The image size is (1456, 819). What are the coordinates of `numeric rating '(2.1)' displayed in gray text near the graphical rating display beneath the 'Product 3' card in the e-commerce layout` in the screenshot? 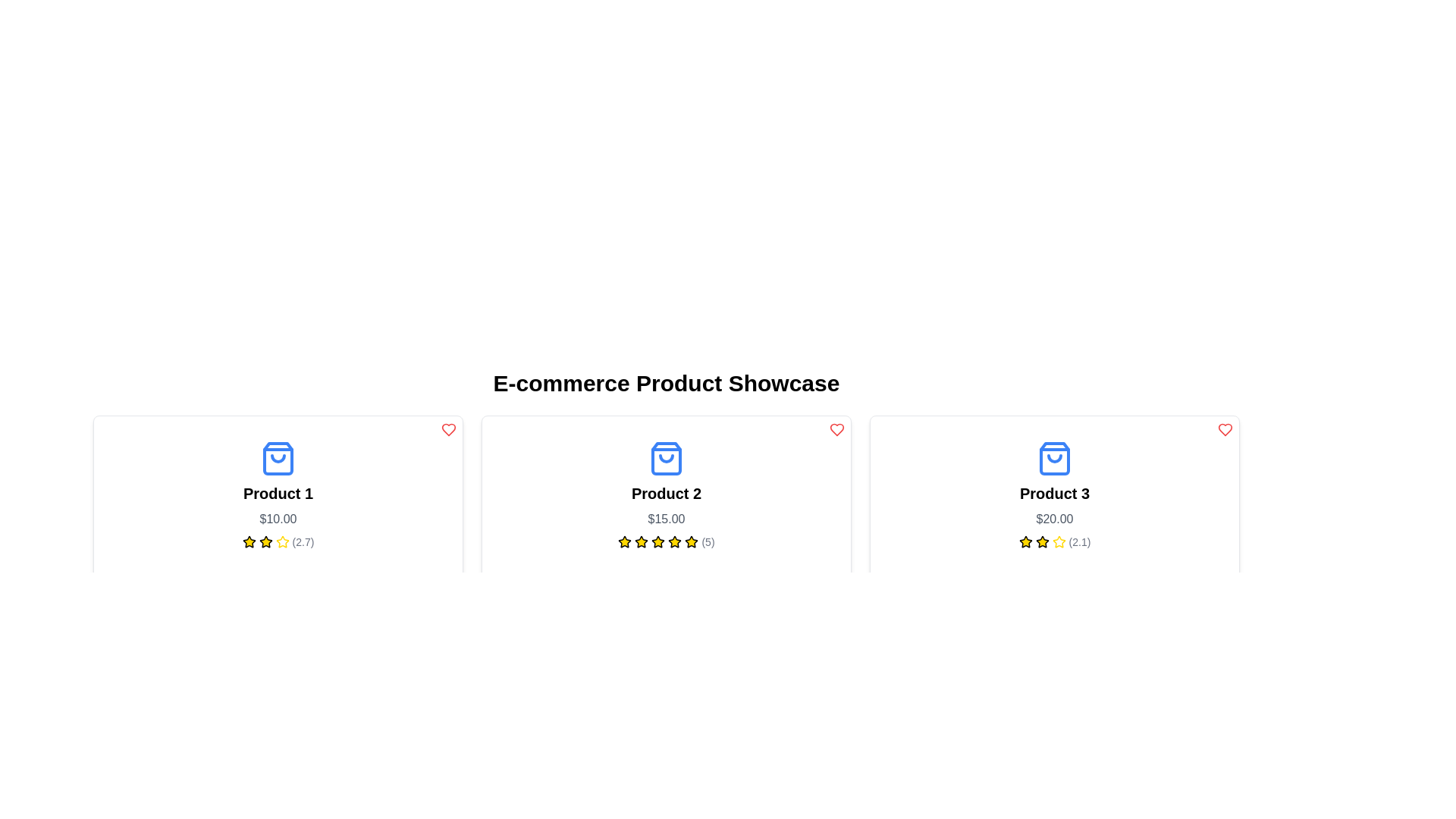 It's located at (1079, 541).